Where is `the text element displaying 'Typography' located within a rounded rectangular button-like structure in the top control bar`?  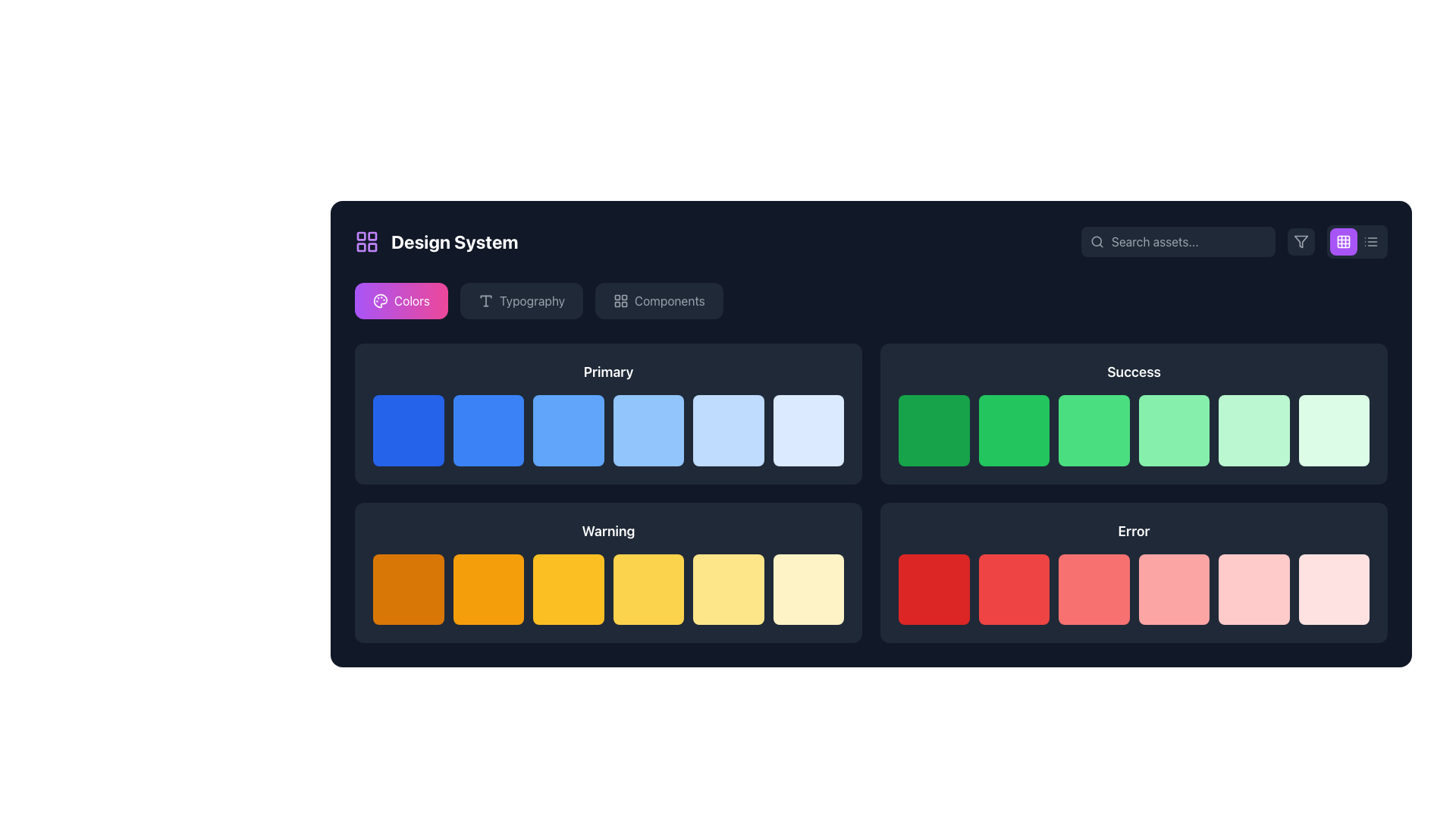
the text element displaying 'Typography' located within a rounded rectangular button-like structure in the top control bar is located at coordinates (532, 301).